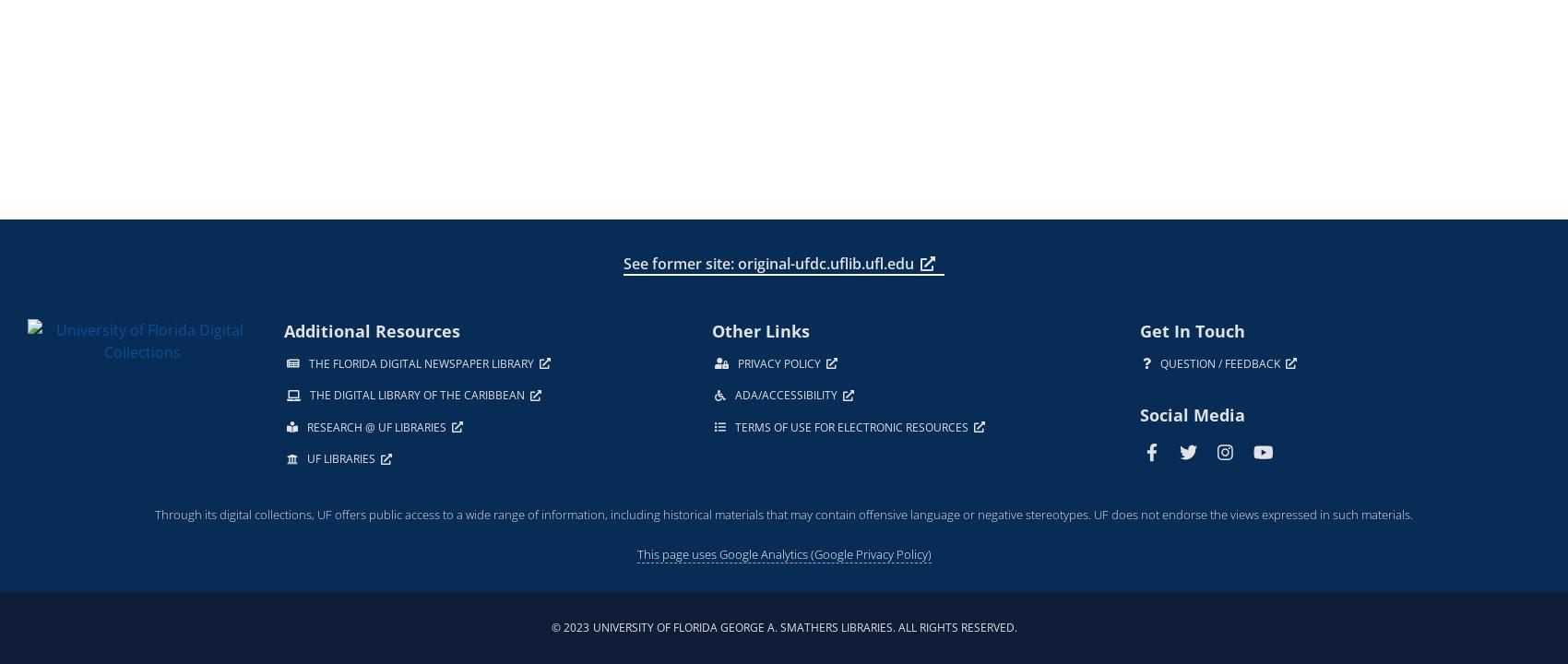 The image size is (1568, 664). I want to click on '2023', so click(575, 626).